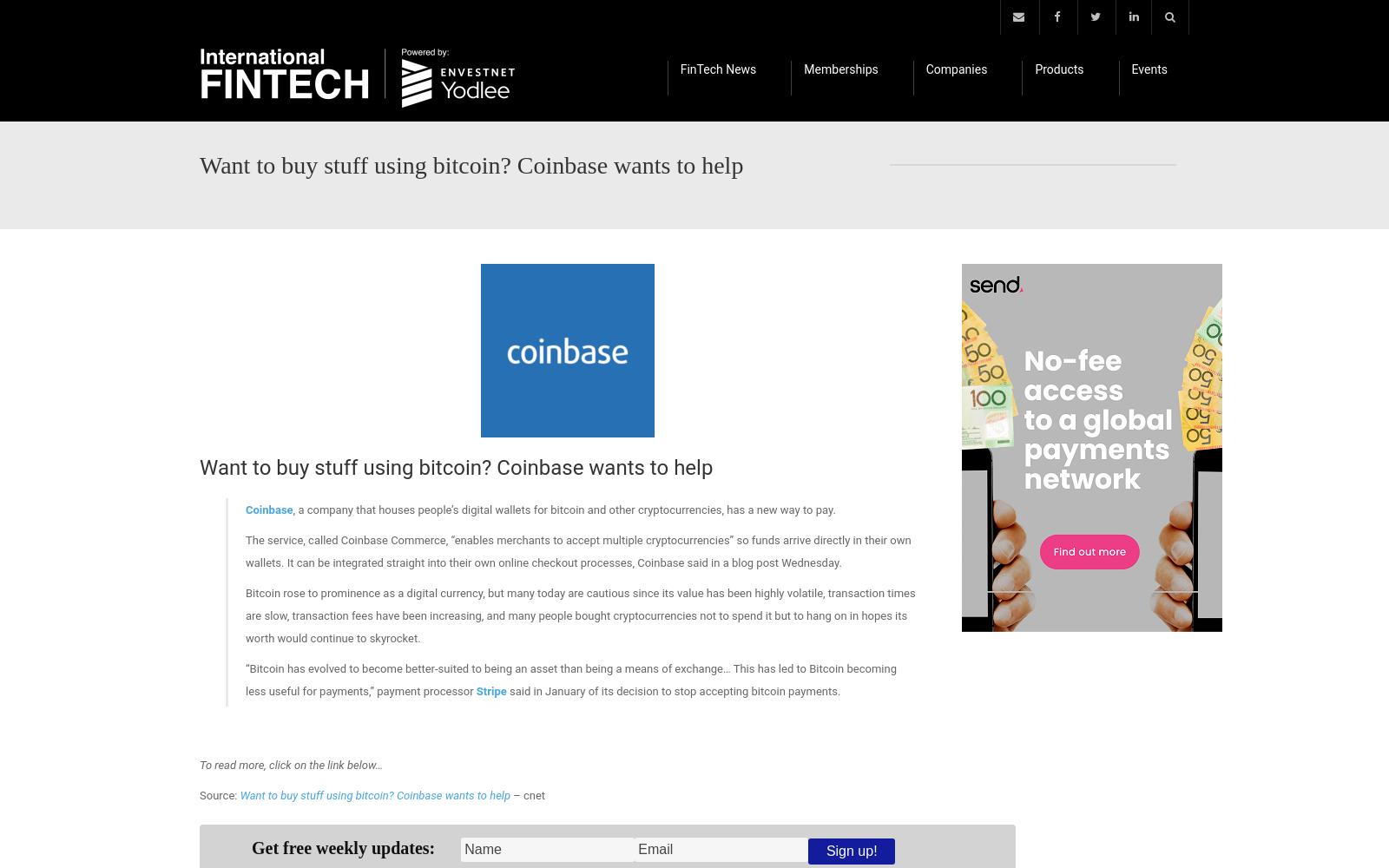  I want to click on 'said in January of its decision to stop accepting bitcoin payments.', so click(673, 691).